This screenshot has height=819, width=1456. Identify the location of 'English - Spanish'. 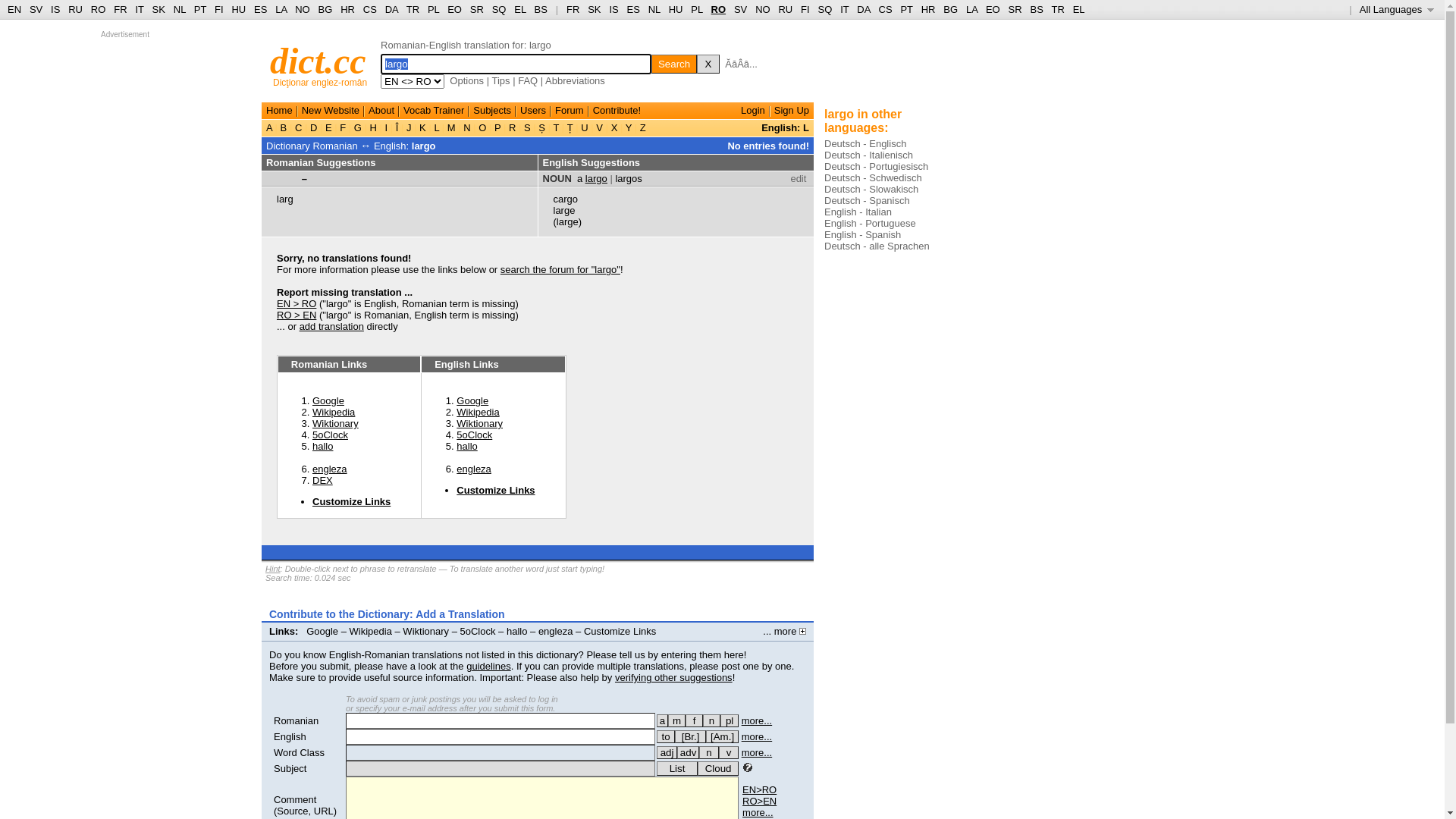
(862, 234).